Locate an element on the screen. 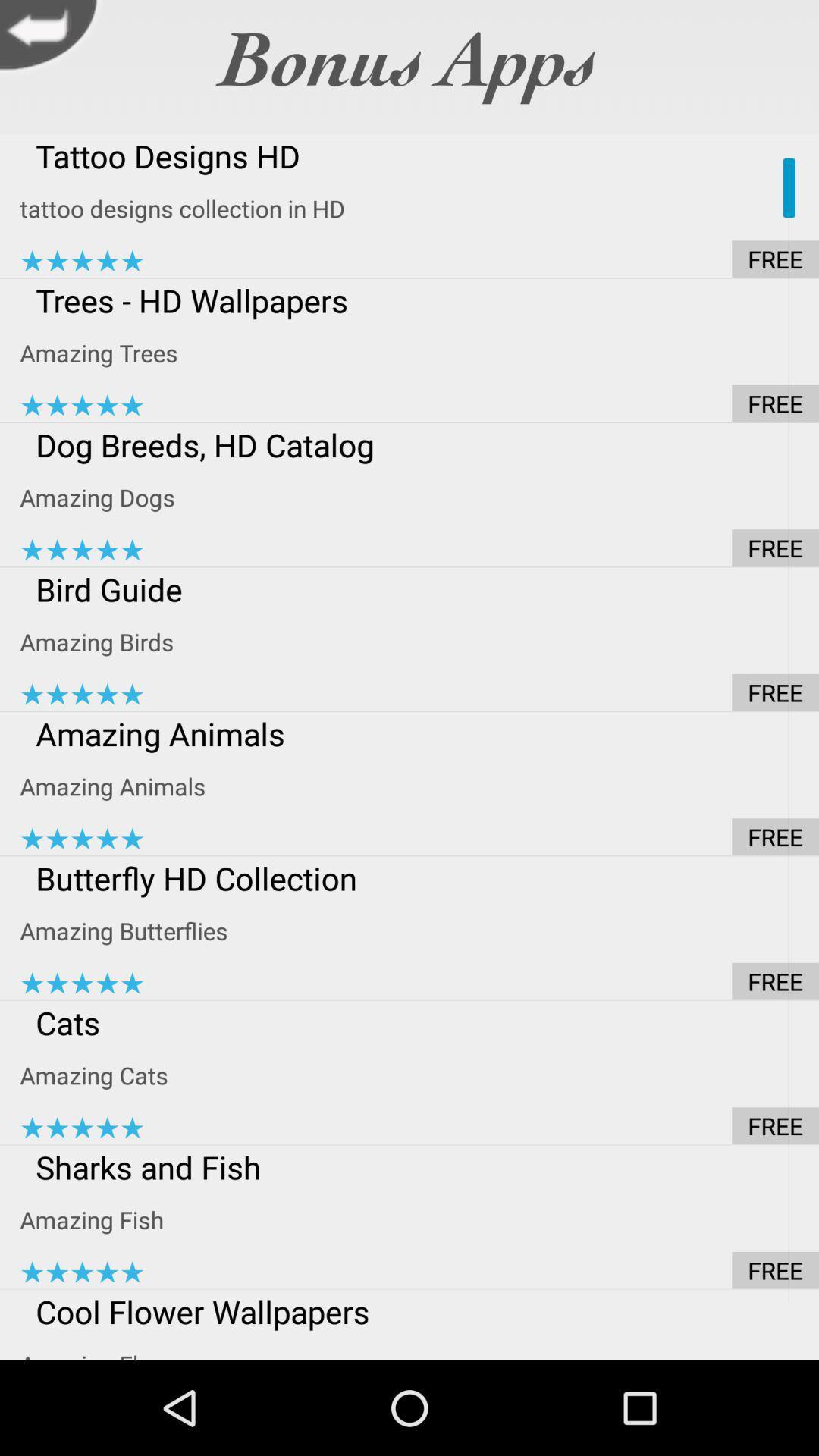 The width and height of the screenshot is (819, 1456). icon at the top left corner is located at coordinates (52, 39).